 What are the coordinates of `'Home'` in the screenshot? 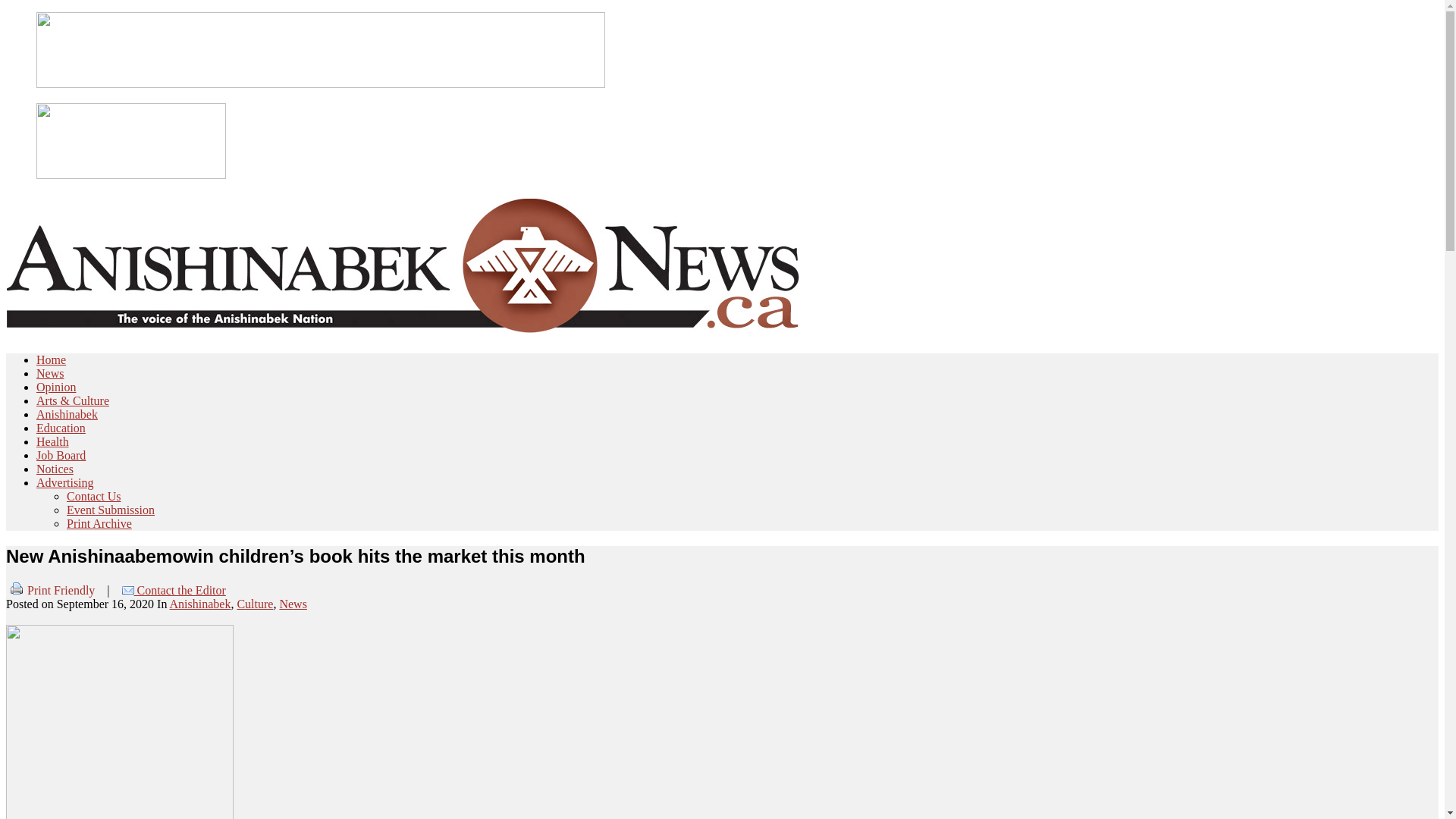 It's located at (51, 359).